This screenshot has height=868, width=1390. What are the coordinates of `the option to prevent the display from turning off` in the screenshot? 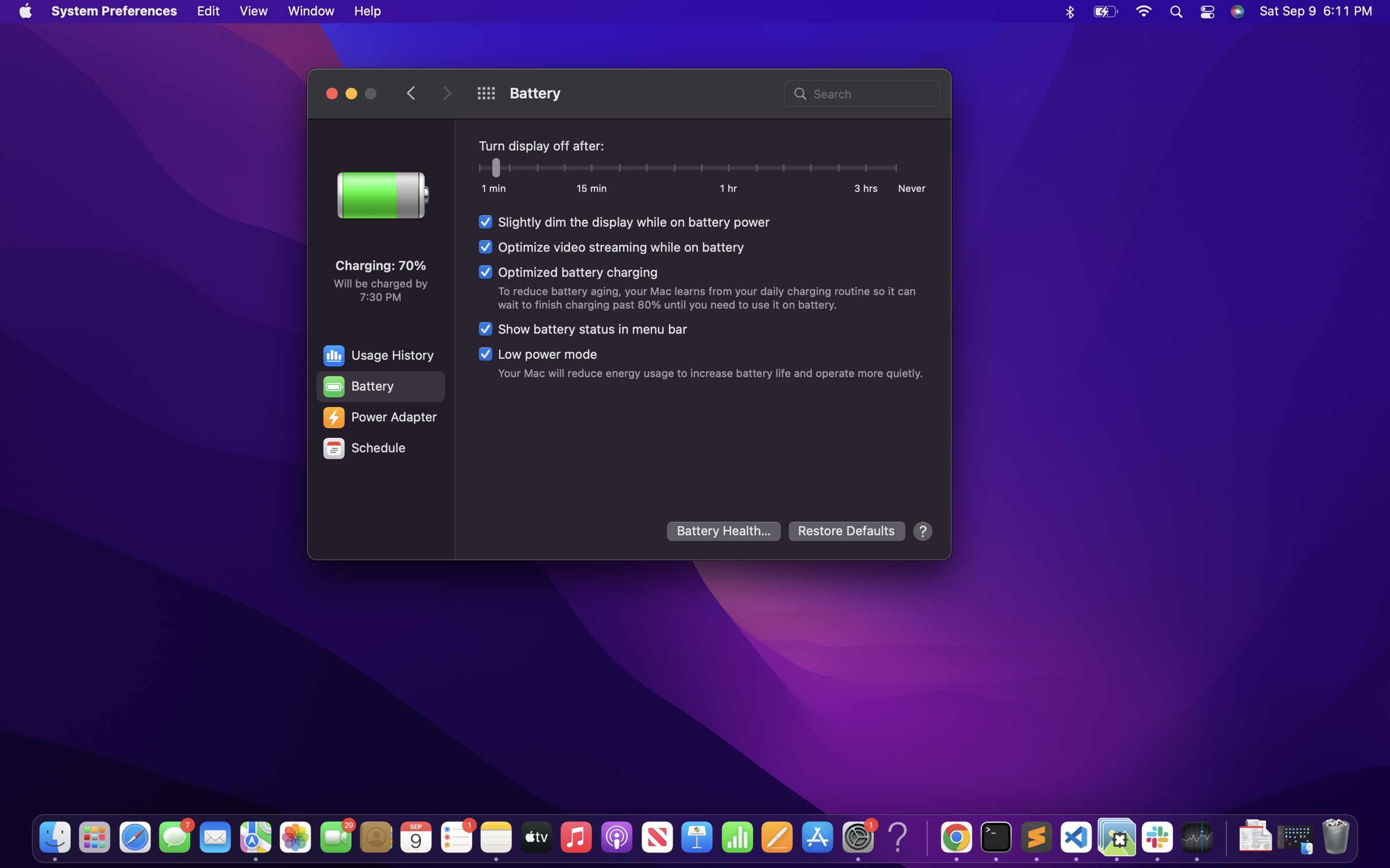 It's located at (896, 165).